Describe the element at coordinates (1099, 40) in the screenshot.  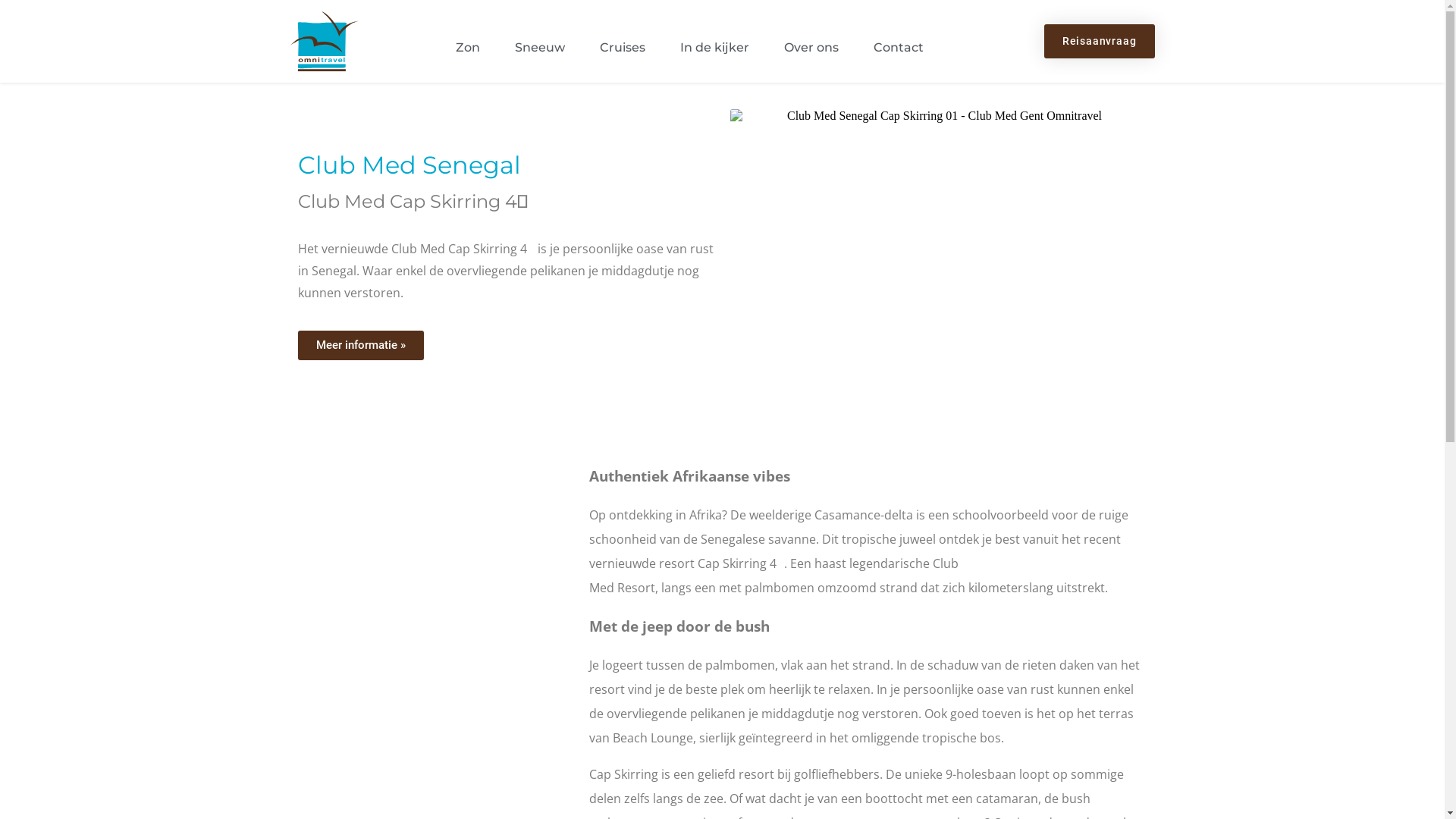
I see `'Reisaanvraag'` at that location.